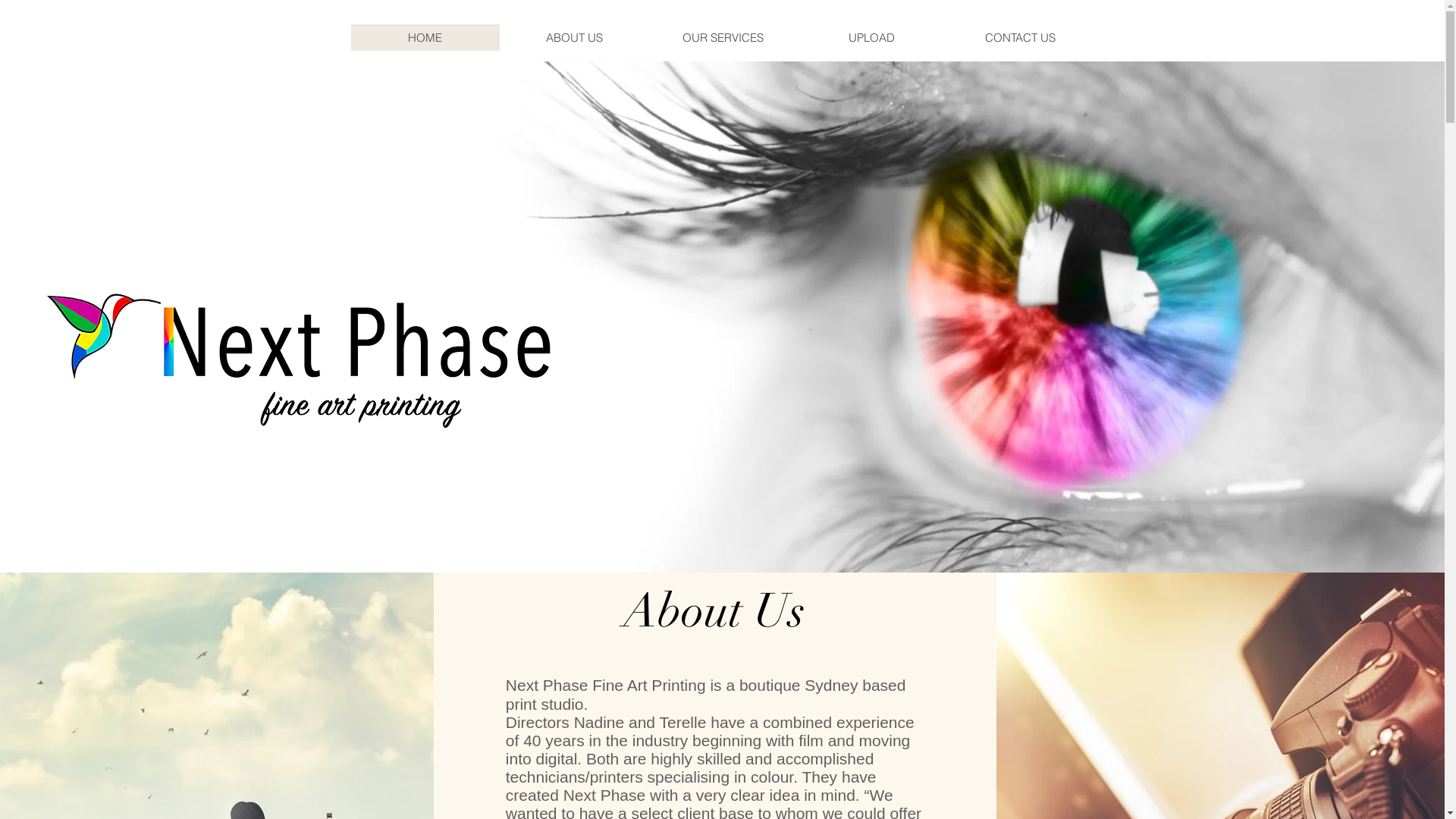 The width and height of the screenshot is (1456, 819). I want to click on 'OUR SERVICES', so click(720, 36).